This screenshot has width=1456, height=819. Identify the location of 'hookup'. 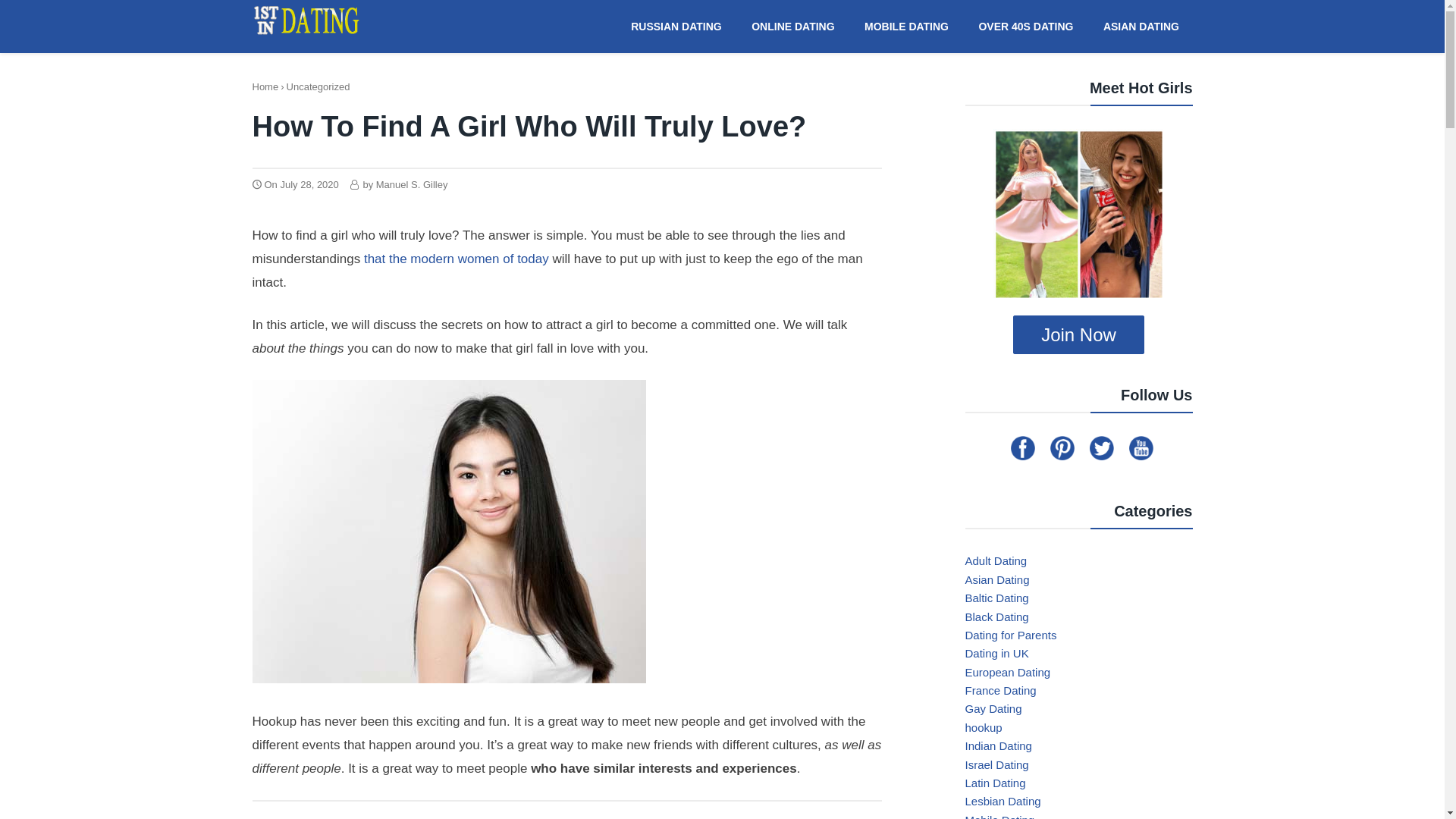
(983, 726).